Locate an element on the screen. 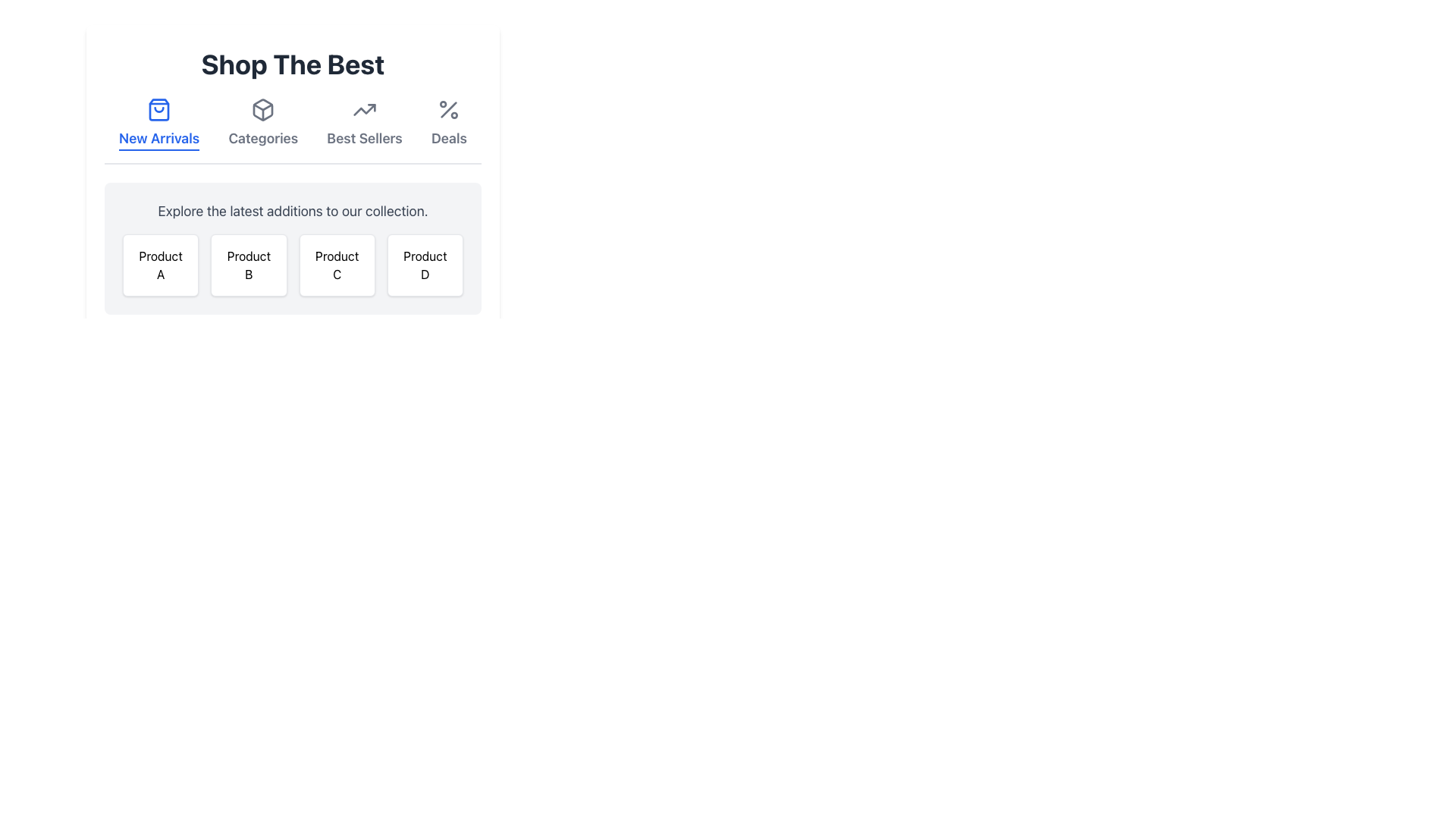 Image resolution: width=1456 pixels, height=819 pixels. the static text label that displays the message 'Explore the latest additions to our collection.' which is styled in gray color and positioned above the product cards is located at coordinates (293, 211).